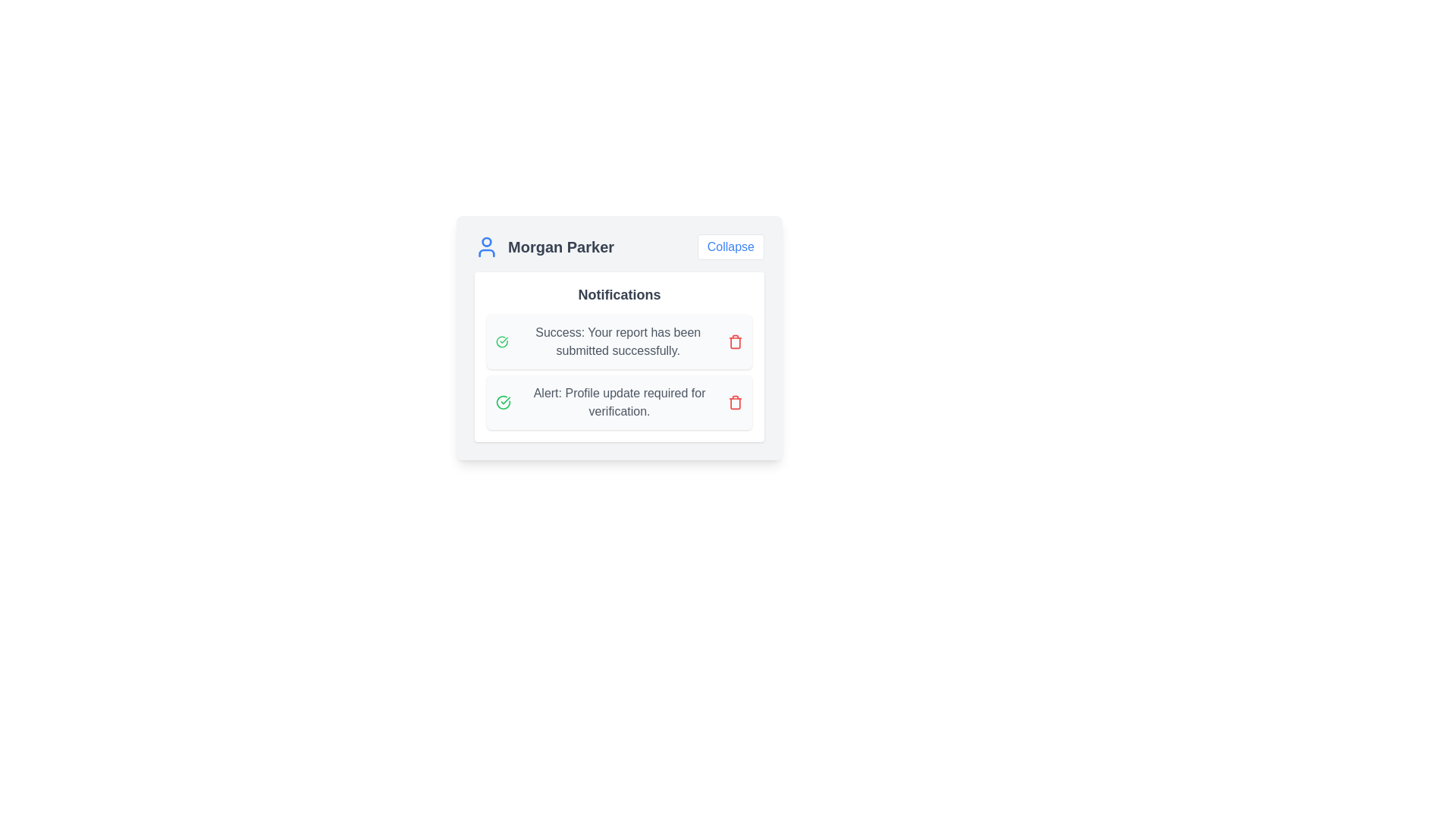 The image size is (1456, 819). Describe the element at coordinates (618, 342) in the screenshot. I see `informational message displayed in the Text Label located centrally within the notification module, which indicates a successful operation` at that location.